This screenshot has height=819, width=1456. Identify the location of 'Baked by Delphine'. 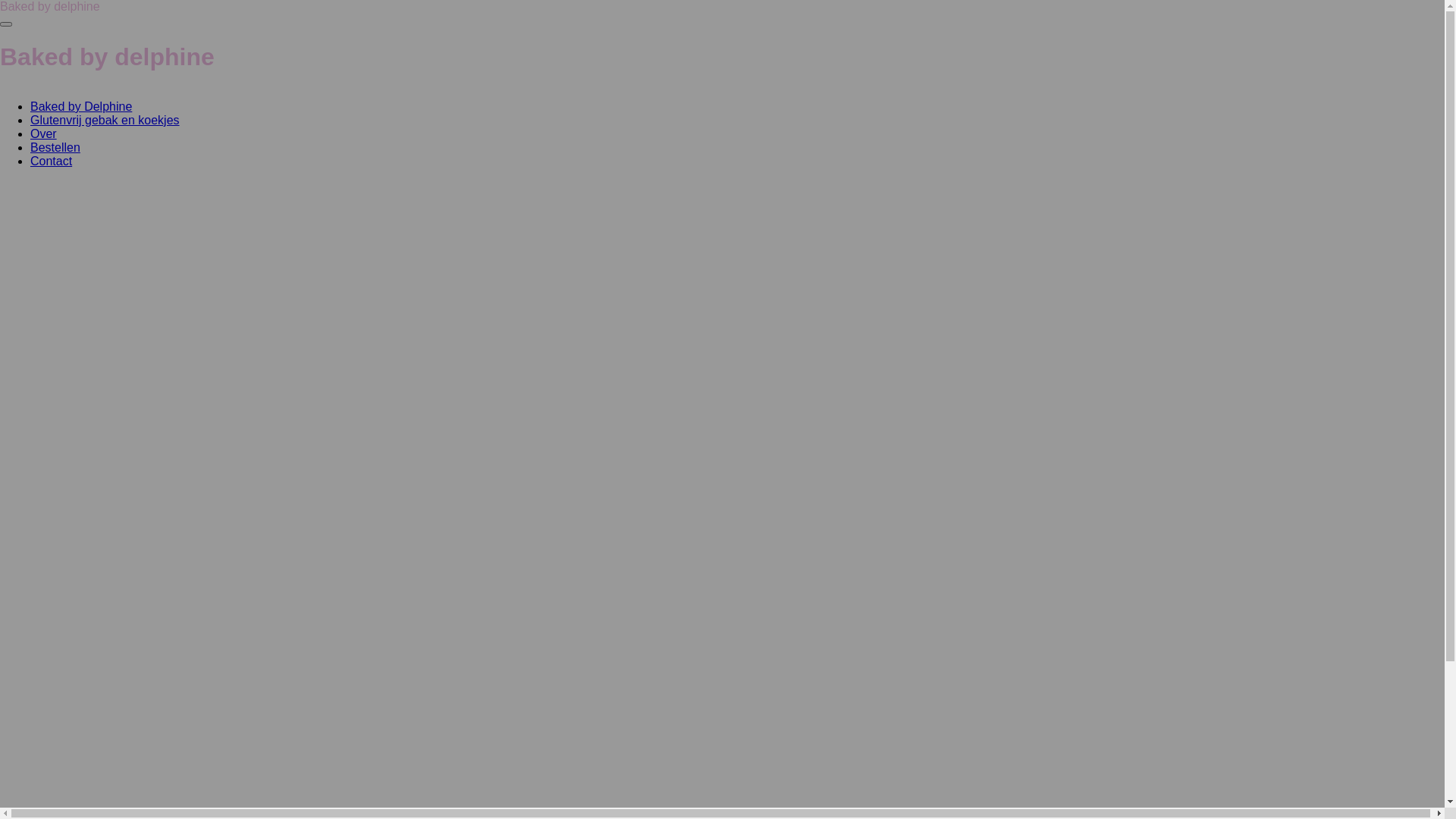
(30, 105).